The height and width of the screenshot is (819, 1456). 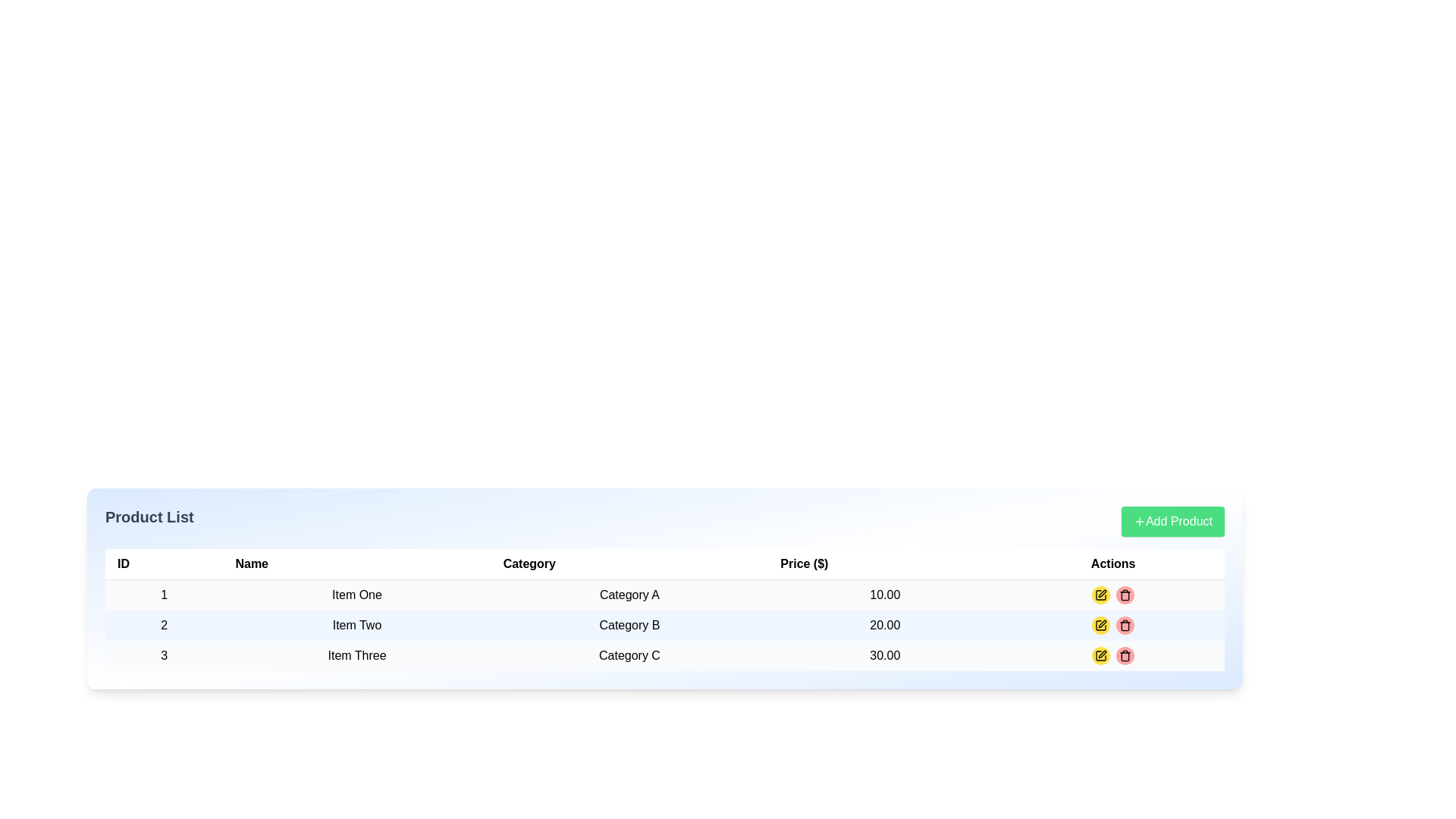 What do you see at coordinates (629, 594) in the screenshot?
I see `the text label in the third column of the first row that displays 'Category A' in the table` at bounding box center [629, 594].